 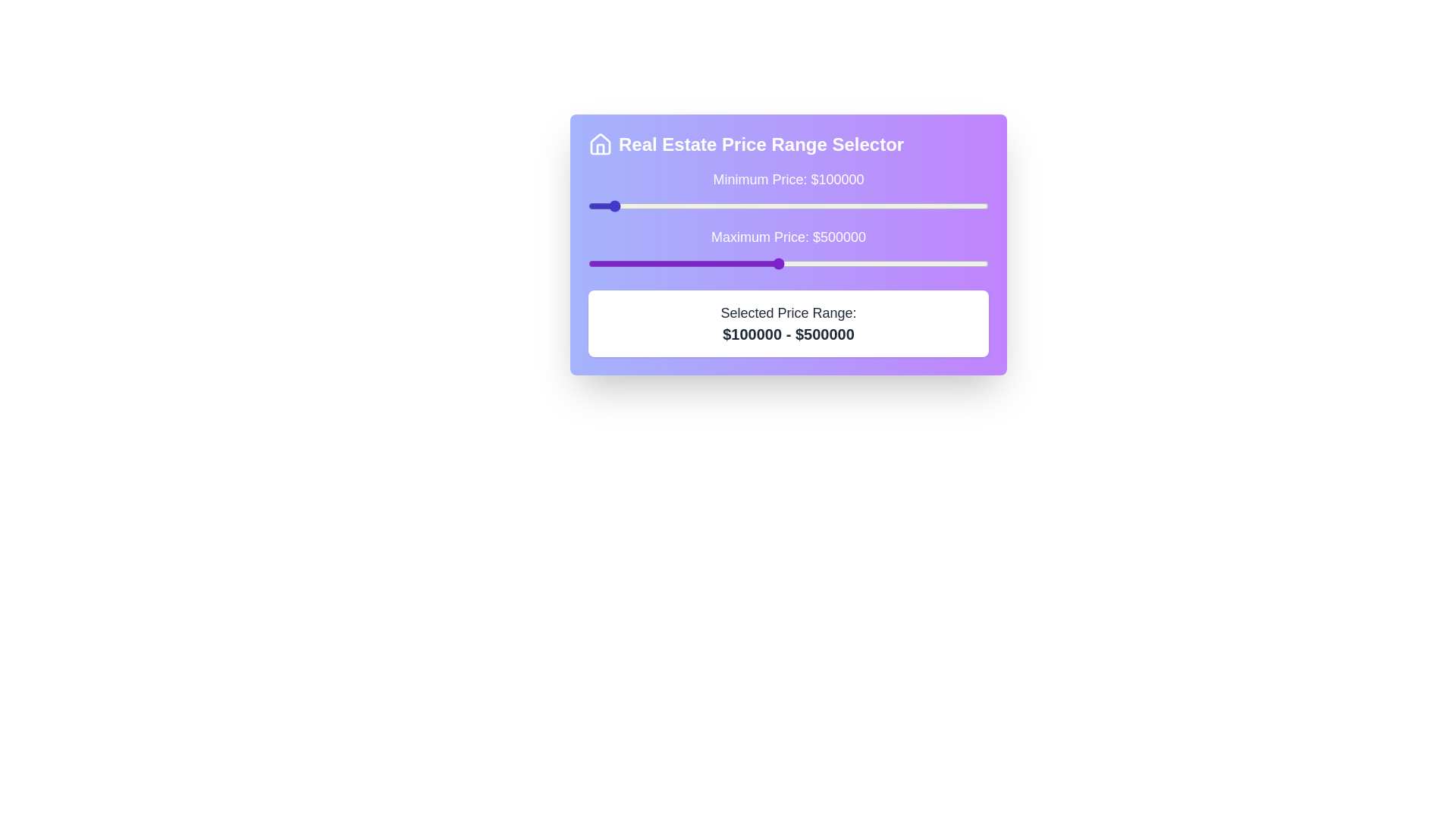 What do you see at coordinates (701, 206) in the screenshot?
I see `the minimum price slider to 320891 dollars` at bounding box center [701, 206].